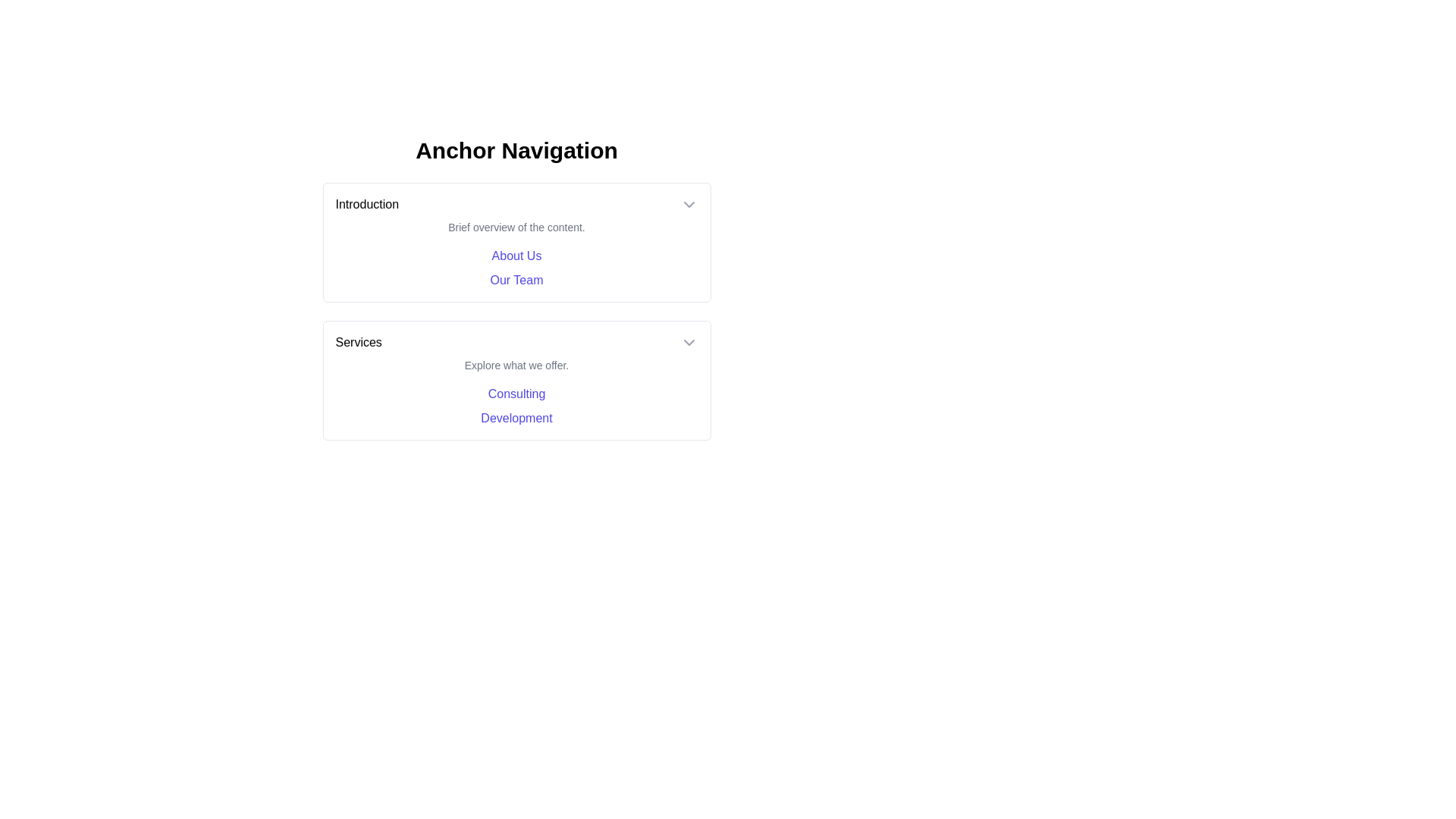 The height and width of the screenshot is (819, 1456). What do you see at coordinates (516, 393) in the screenshot?
I see `the hyperlink located in the 'Services' section below the 'Anchor Navigation' title, which is the first clickable link under 'Explore what we offer'` at bounding box center [516, 393].